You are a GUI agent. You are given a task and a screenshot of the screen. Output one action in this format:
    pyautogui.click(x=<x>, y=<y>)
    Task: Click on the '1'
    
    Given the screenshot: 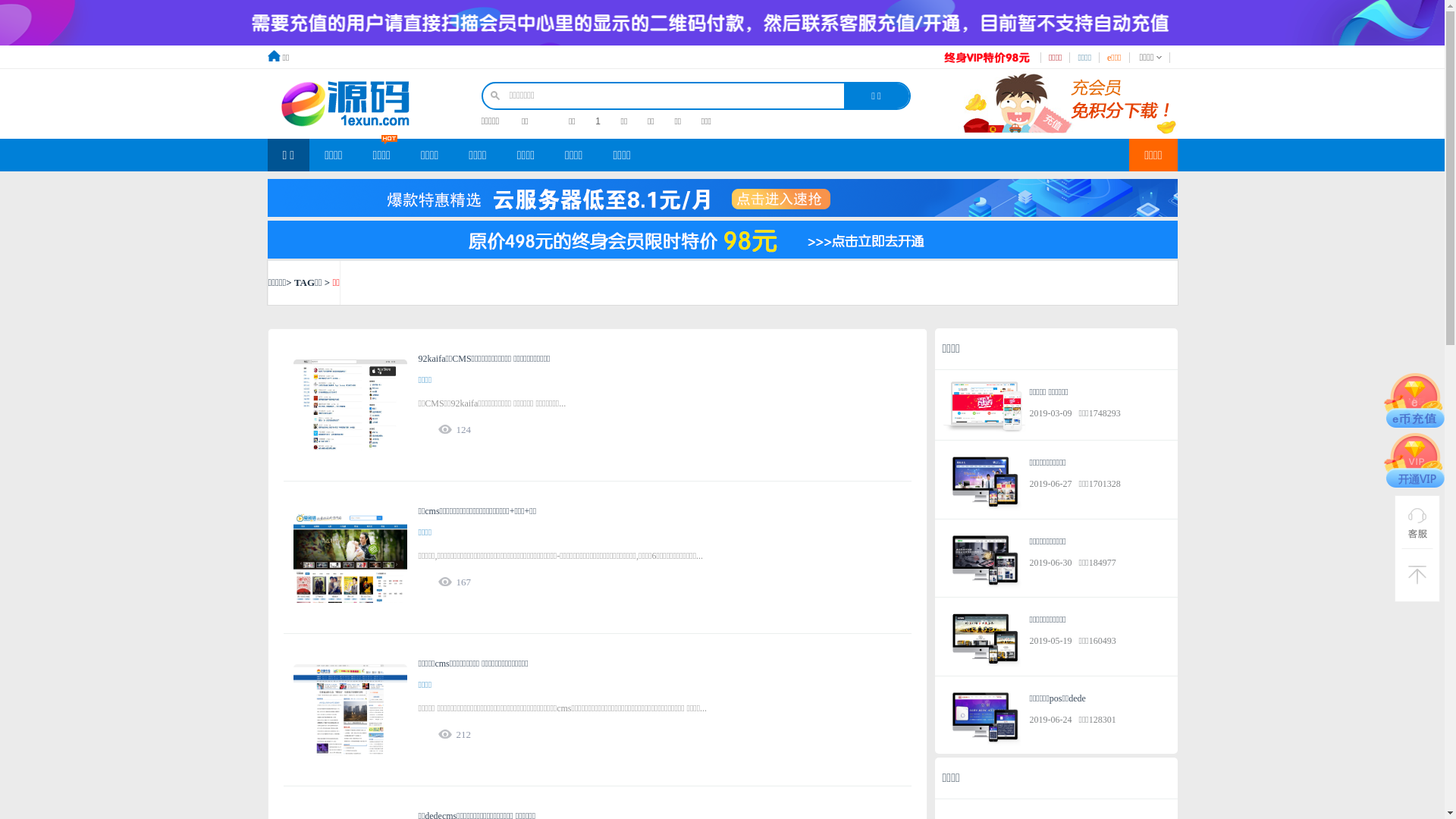 What is the action you would take?
    pyautogui.click(x=597, y=120)
    